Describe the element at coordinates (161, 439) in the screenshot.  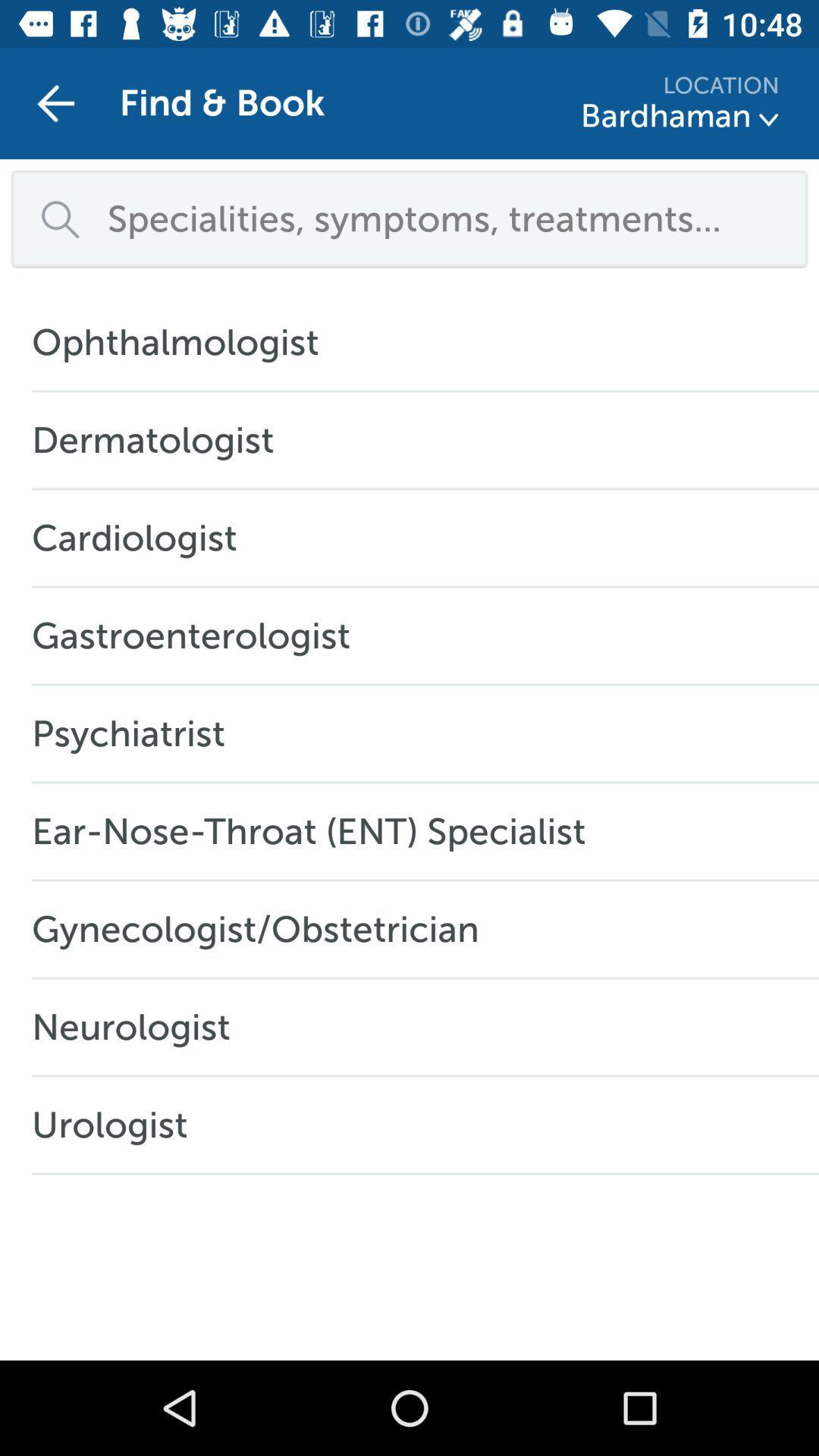
I see `the dermatologist` at that location.